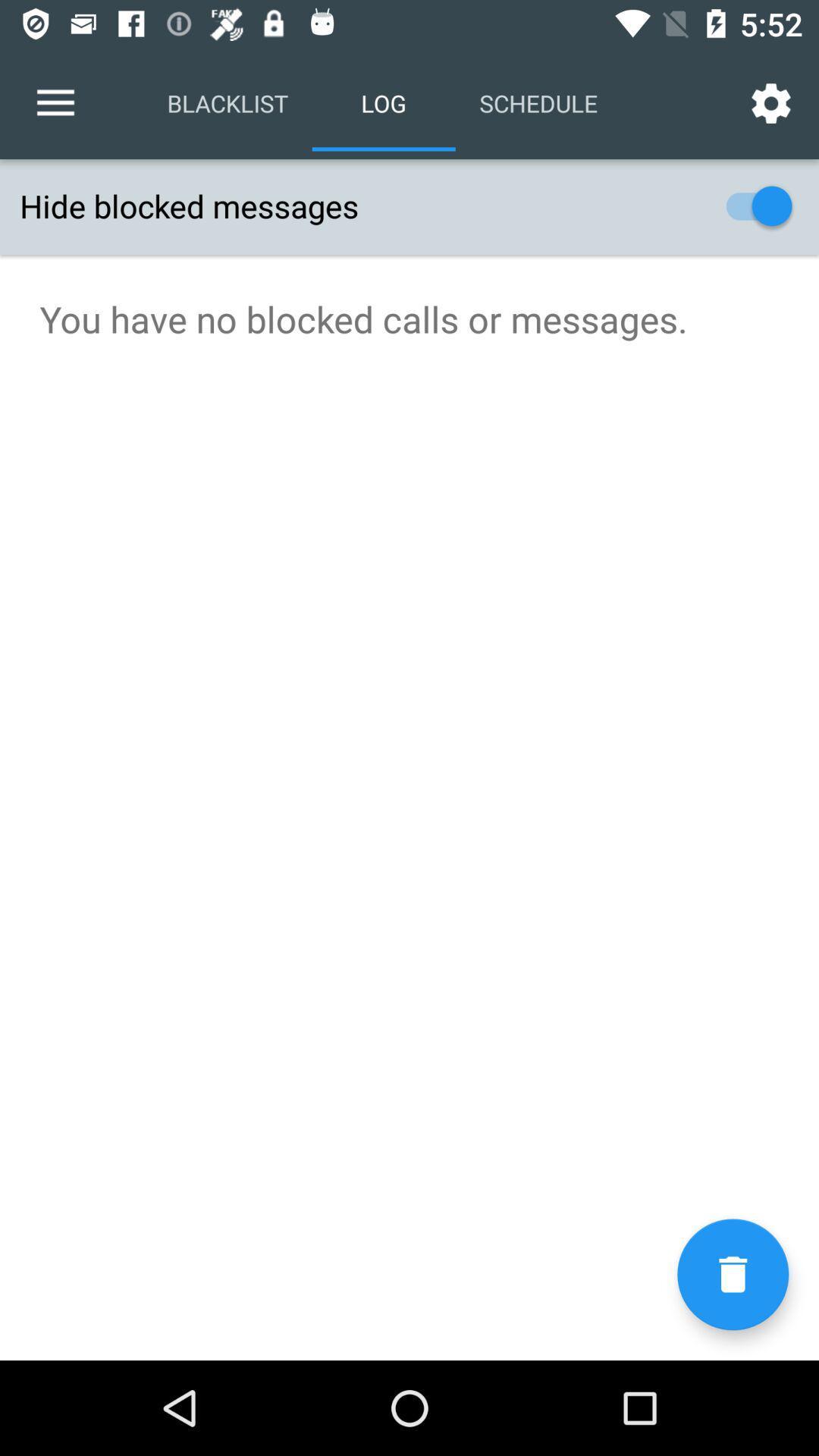 The width and height of the screenshot is (819, 1456). Describe the element at coordinates (771, 102) in the screenshot. I see `item at the top right corner` at that location.